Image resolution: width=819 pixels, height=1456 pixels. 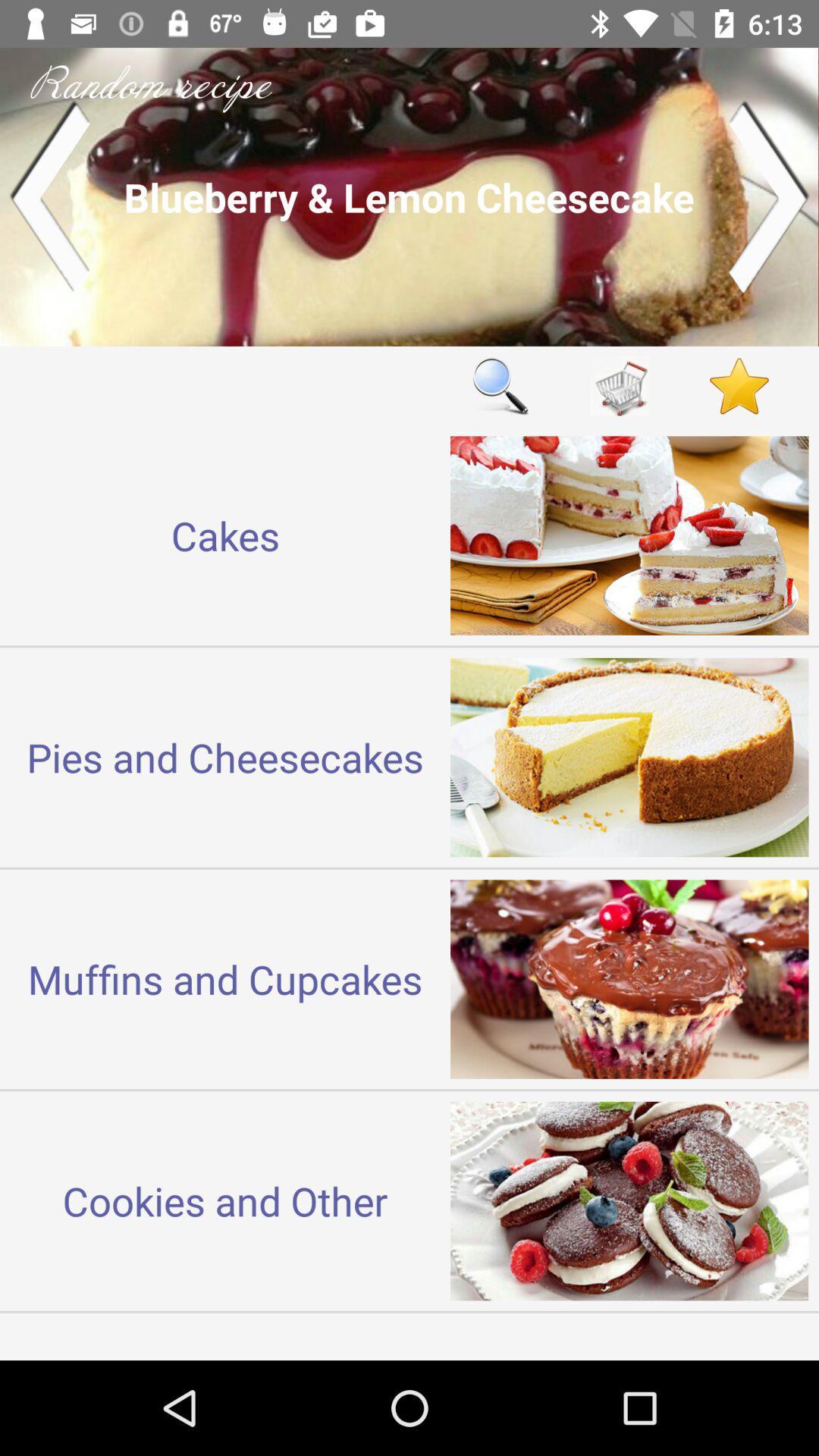 What do you see at coordinates (225, 757) in the screenshot?
I see `the item below the cakes item` at bounding box center [225, 757].